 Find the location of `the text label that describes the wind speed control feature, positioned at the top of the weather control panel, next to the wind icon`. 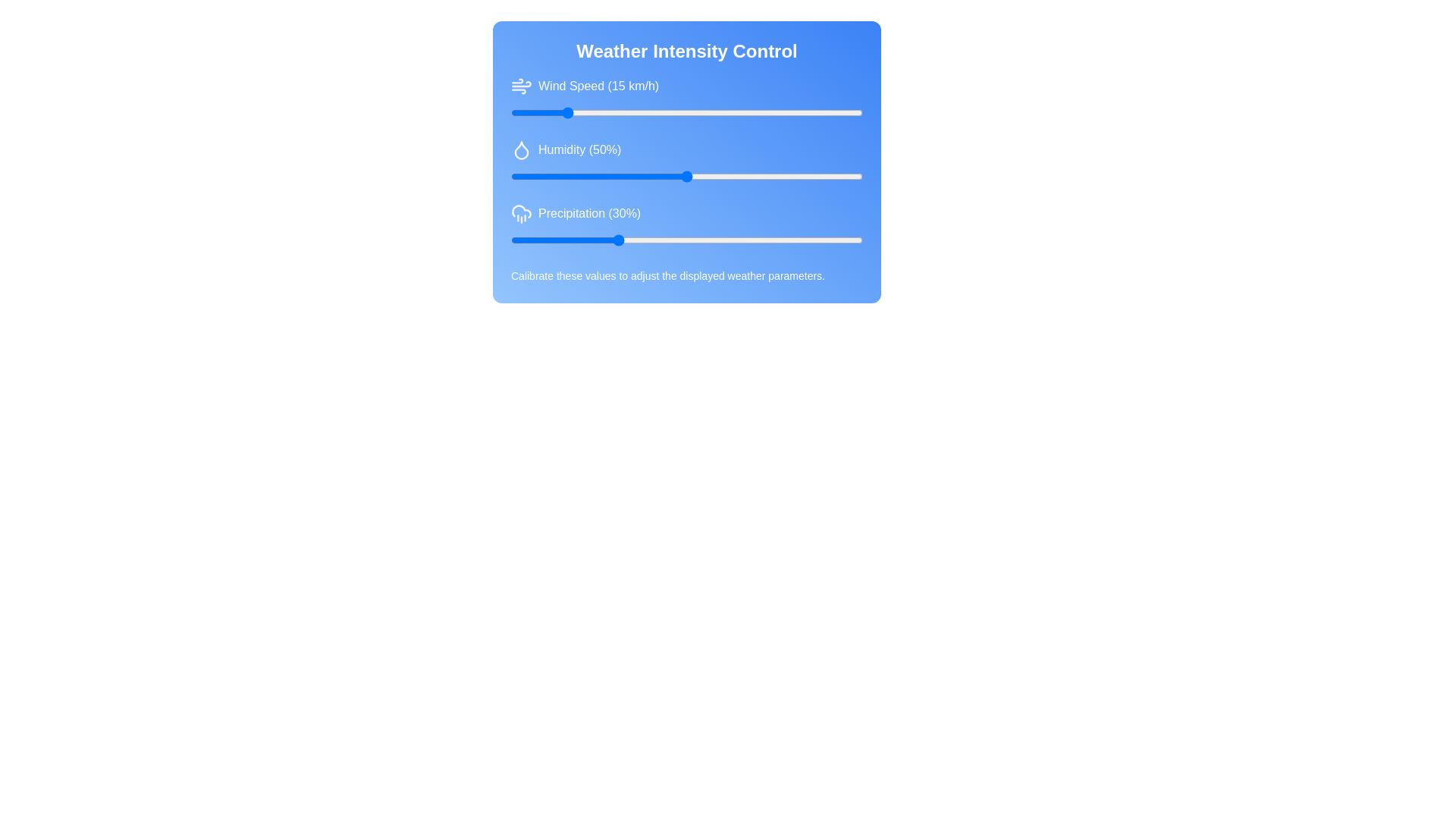

the text label that describes the wind speed control feature, positioned at the top of the weather control panel, next to the wind icon is located at coordinates (598, 86).